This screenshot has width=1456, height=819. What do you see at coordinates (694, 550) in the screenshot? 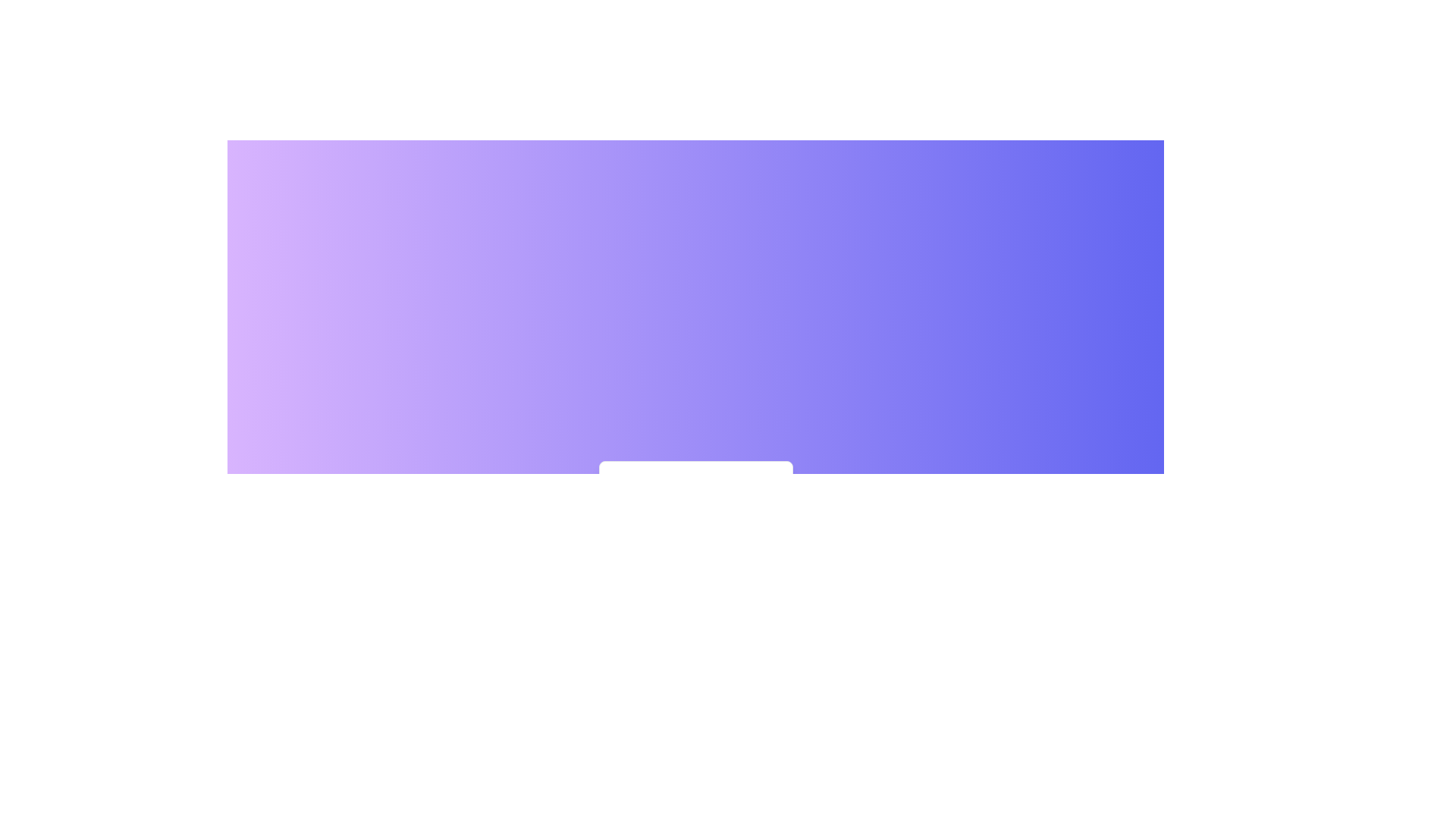
I see `the central area to toggle the context menu visibility` at bounding box center [694, 550].